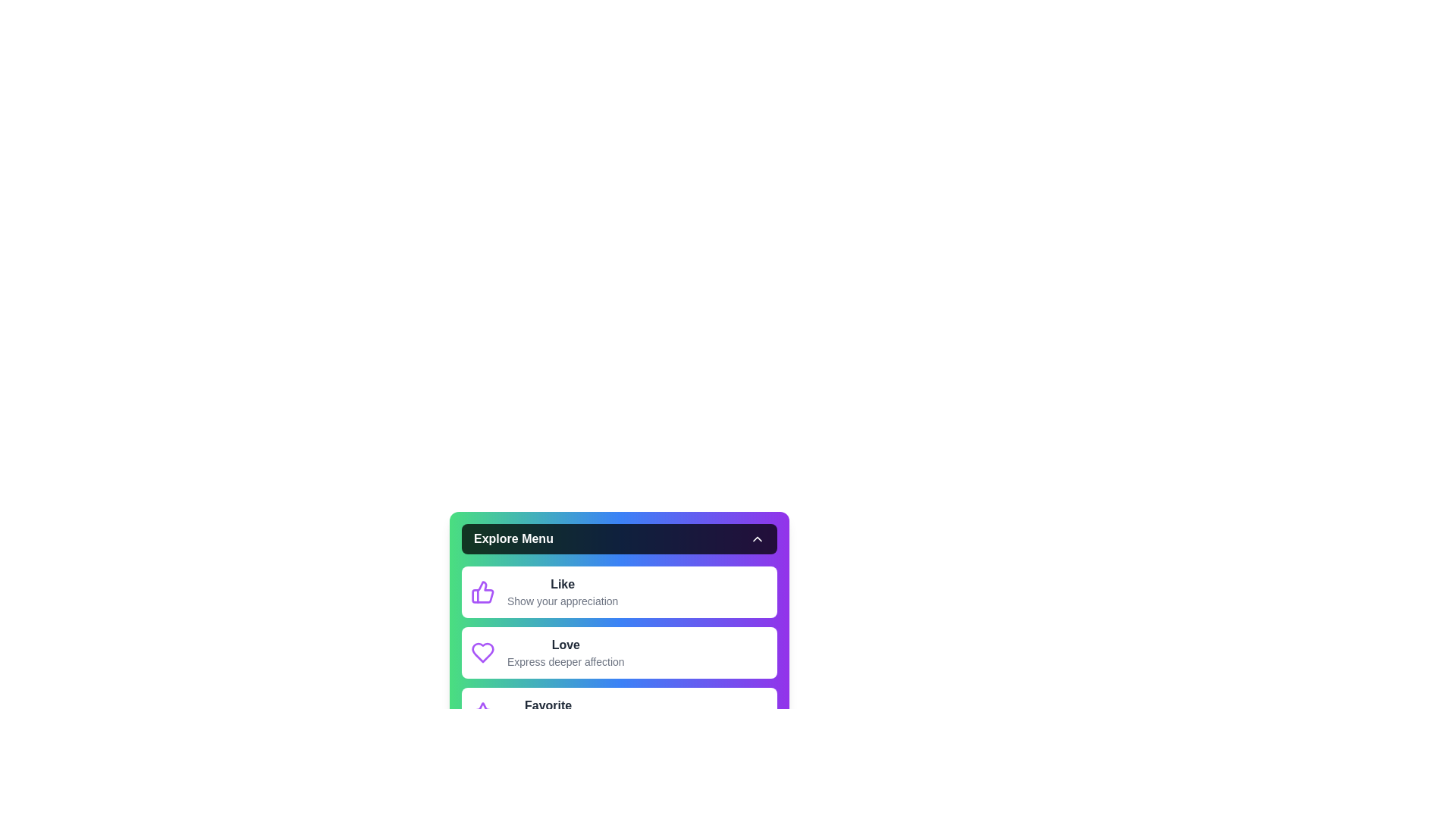 This screenshot has width=1456, height=819. Describe the element at coordinates (619, 714) in the screenshot. I see `the menu option Favorite by clicking on it` at that location.